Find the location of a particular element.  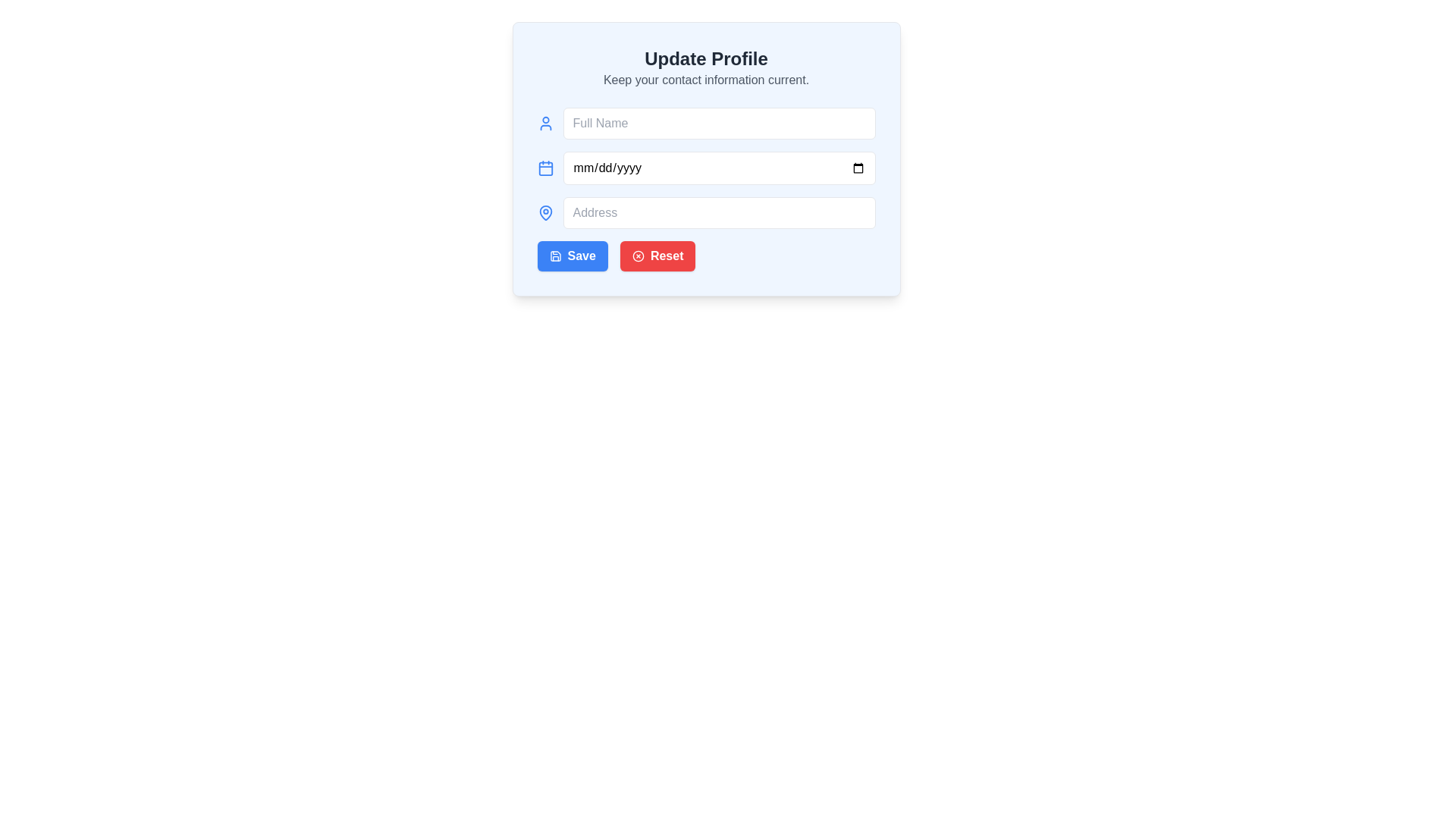

the blue outline user icon located to the left of the 'Full Name' input field is located at coordinates (545, 122).